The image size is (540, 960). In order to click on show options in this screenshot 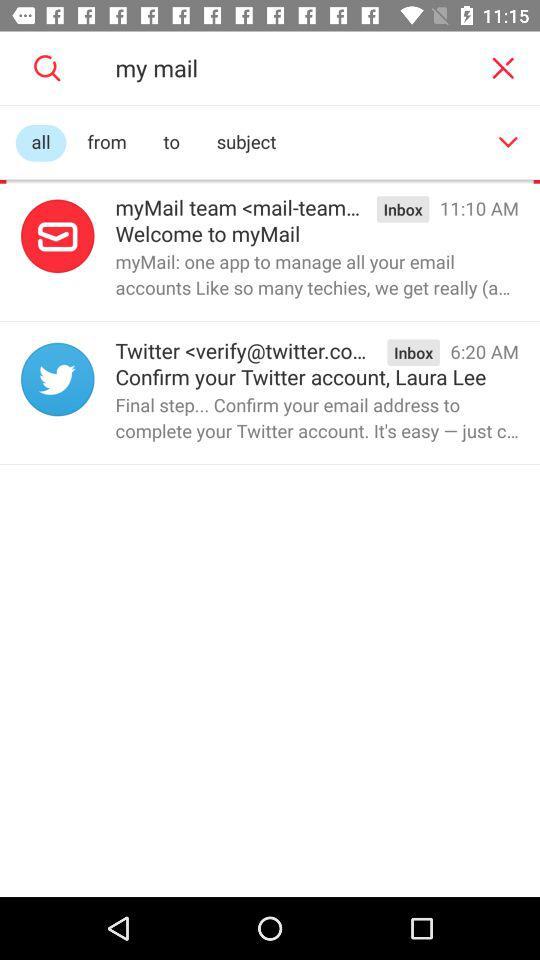, I will do `click(508, 141)`.